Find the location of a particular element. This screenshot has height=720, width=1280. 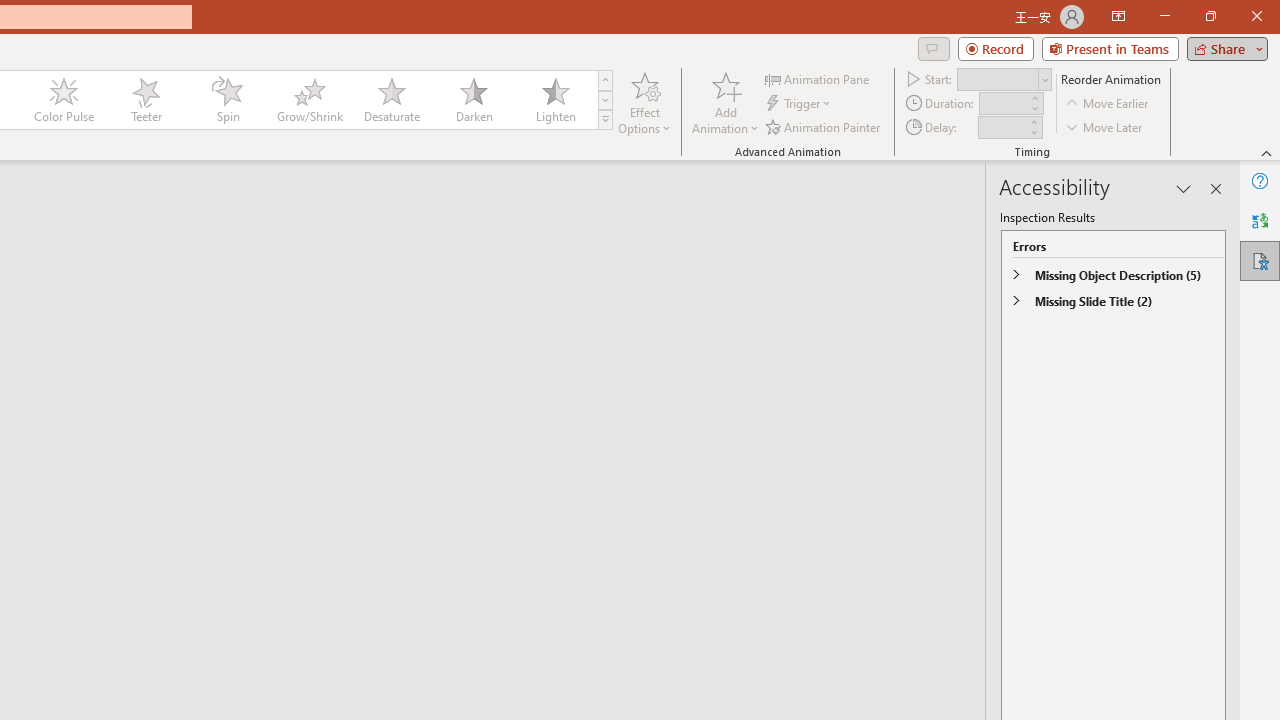

'Help' is located at coordinates (1259, 181).